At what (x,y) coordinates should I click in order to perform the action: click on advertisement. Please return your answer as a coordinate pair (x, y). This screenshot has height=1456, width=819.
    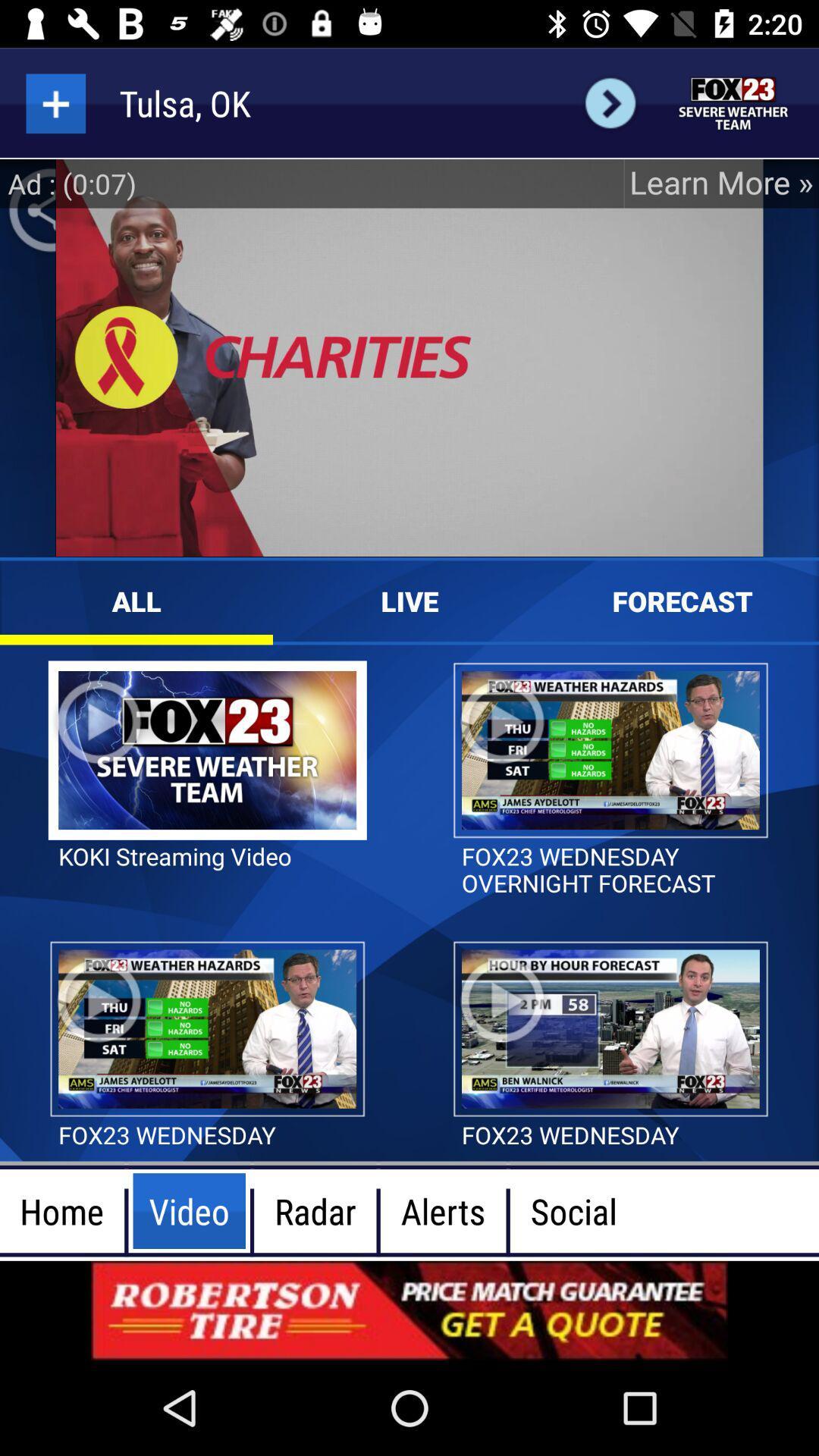
    Looking at the image, I should click on (409, 1310).